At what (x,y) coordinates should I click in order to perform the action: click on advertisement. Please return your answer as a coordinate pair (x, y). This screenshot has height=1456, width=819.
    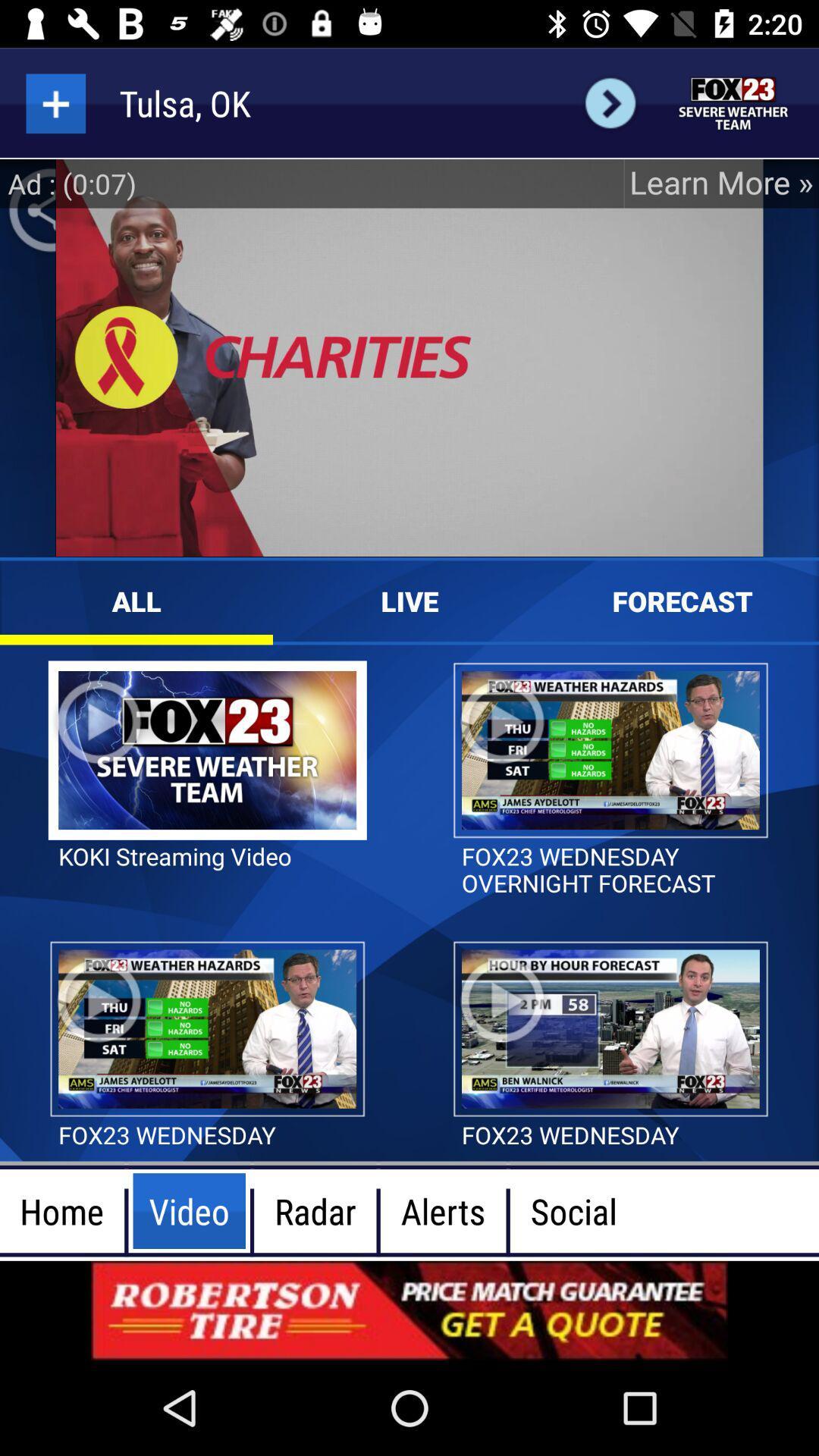
    Looking at the image, I should click on (409, 1310).